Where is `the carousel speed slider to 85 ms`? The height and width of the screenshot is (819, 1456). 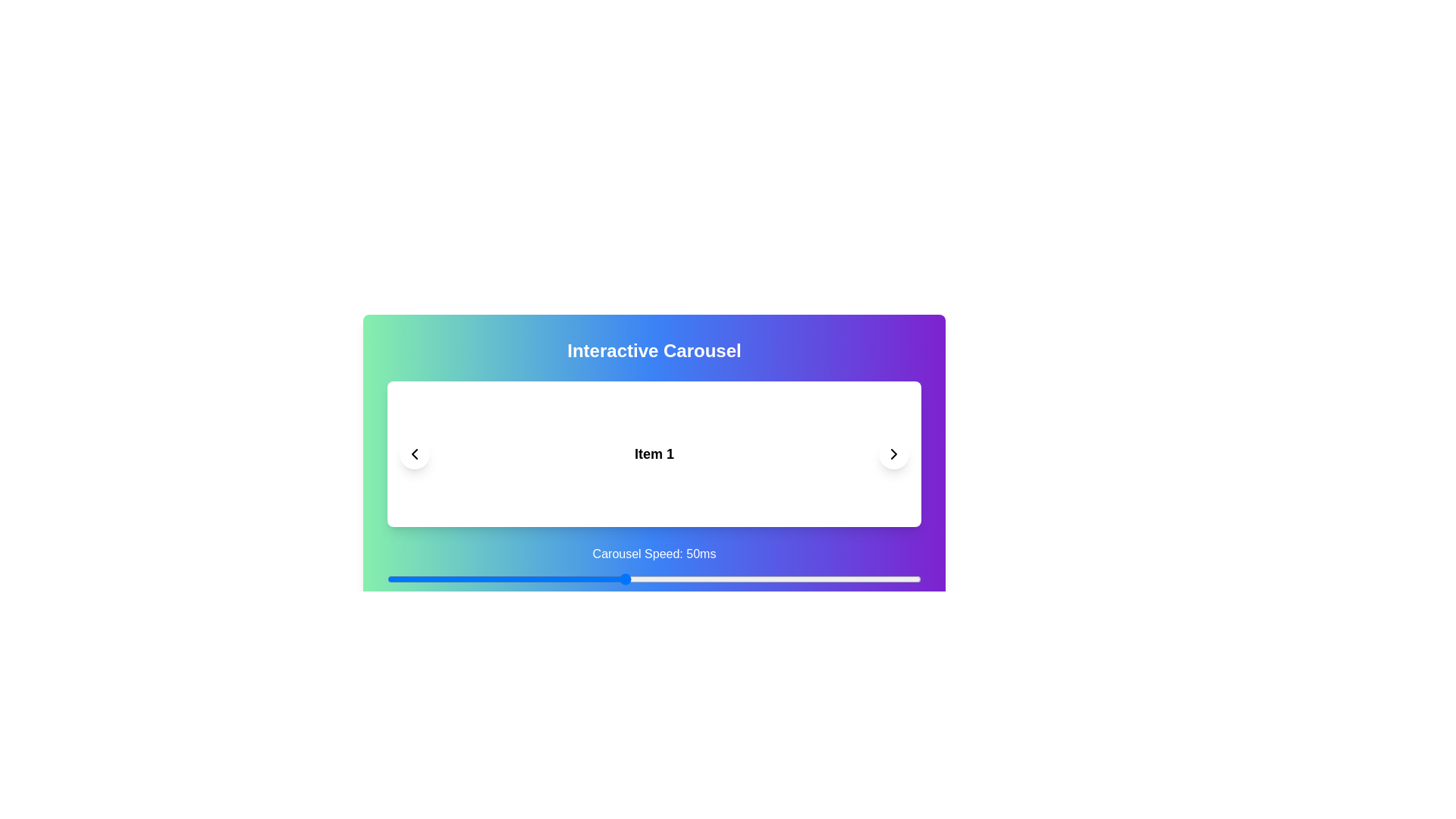
the carousel speed slider to 85 ms is located at coordinates (831, 579).